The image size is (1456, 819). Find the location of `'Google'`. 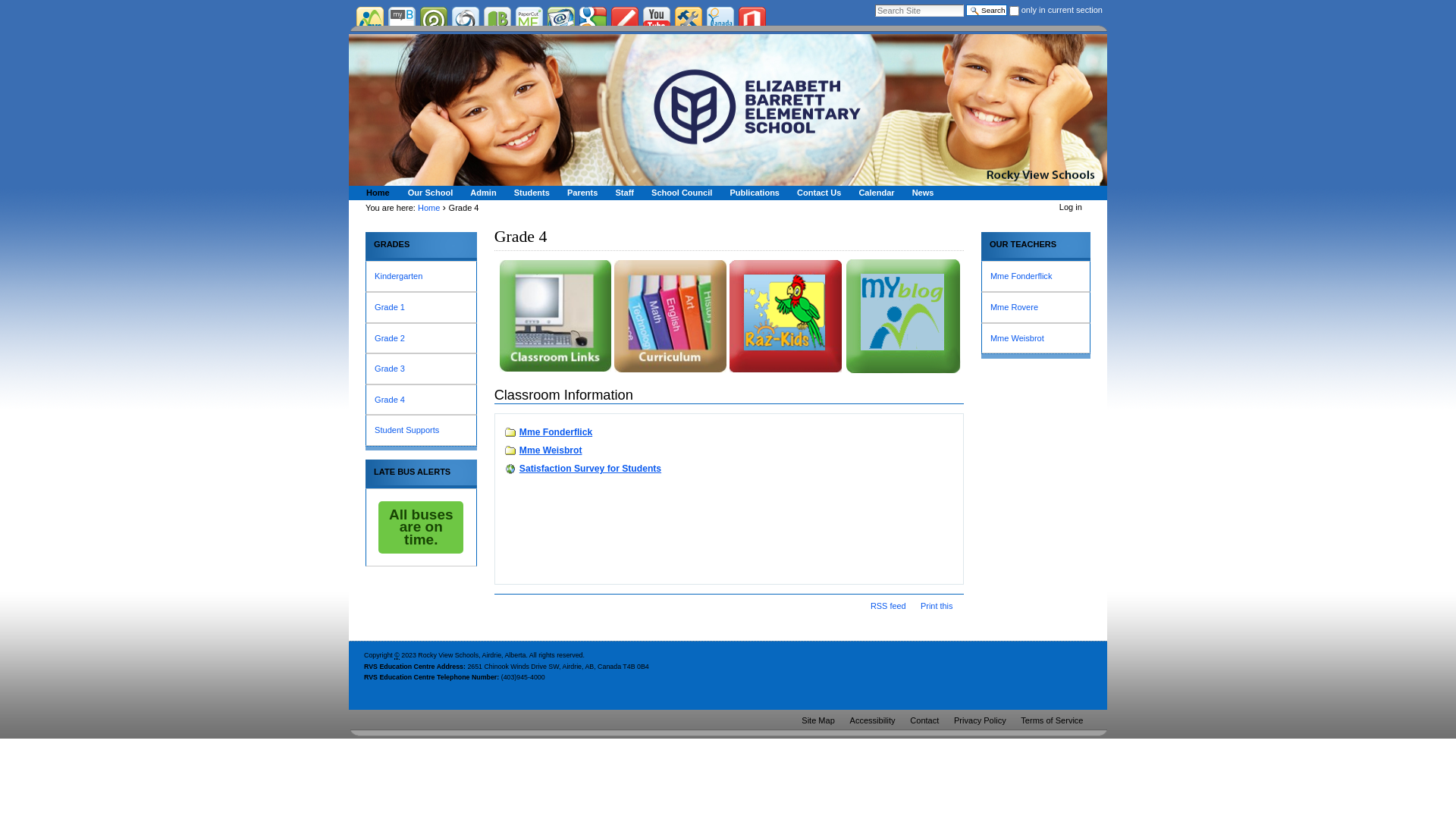

'Google' is located at coordinates (578, 20).